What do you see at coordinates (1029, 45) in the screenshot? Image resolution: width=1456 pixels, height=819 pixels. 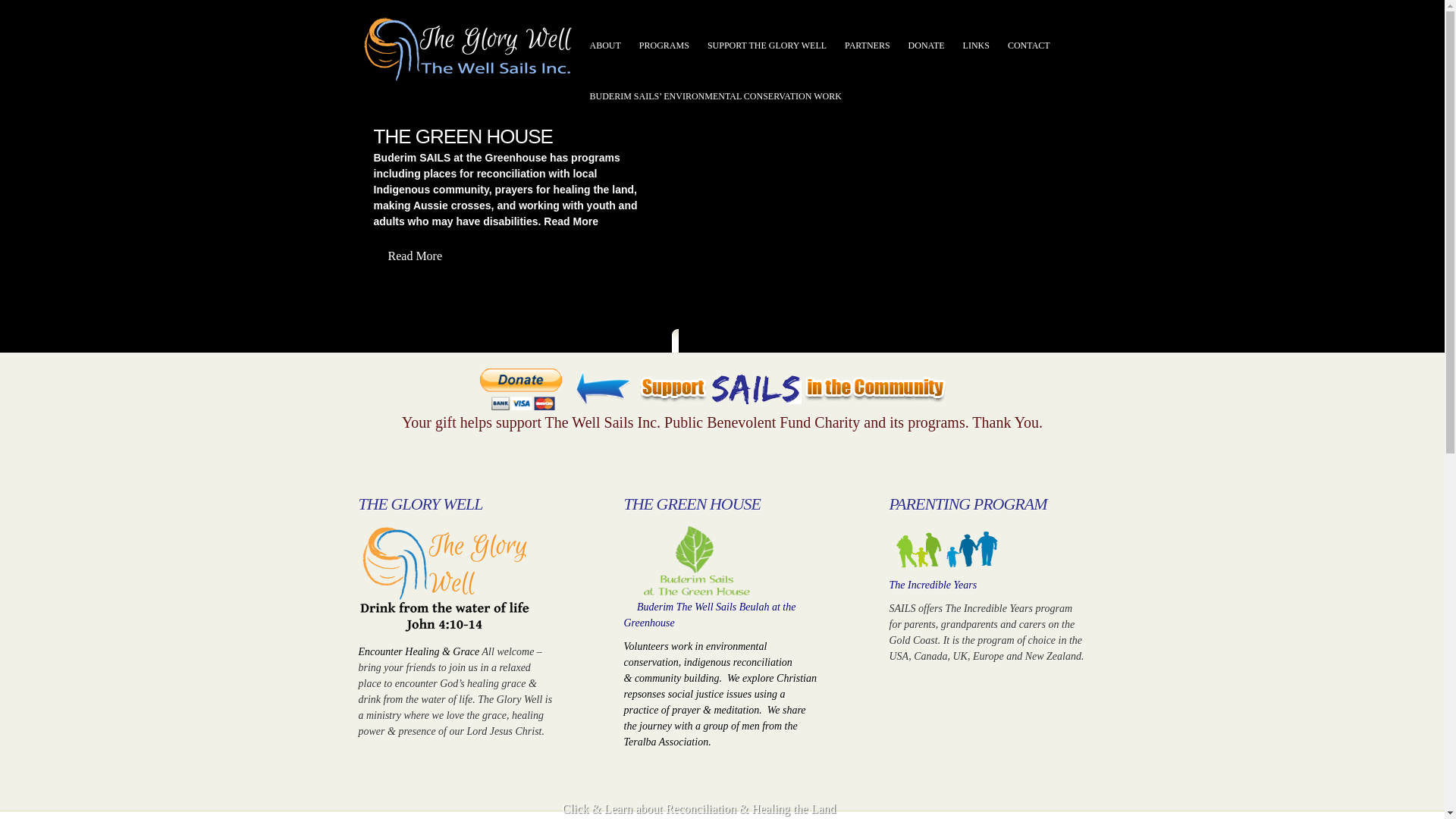 I see `'CONTACT'` at bounding box center [1029, 45].